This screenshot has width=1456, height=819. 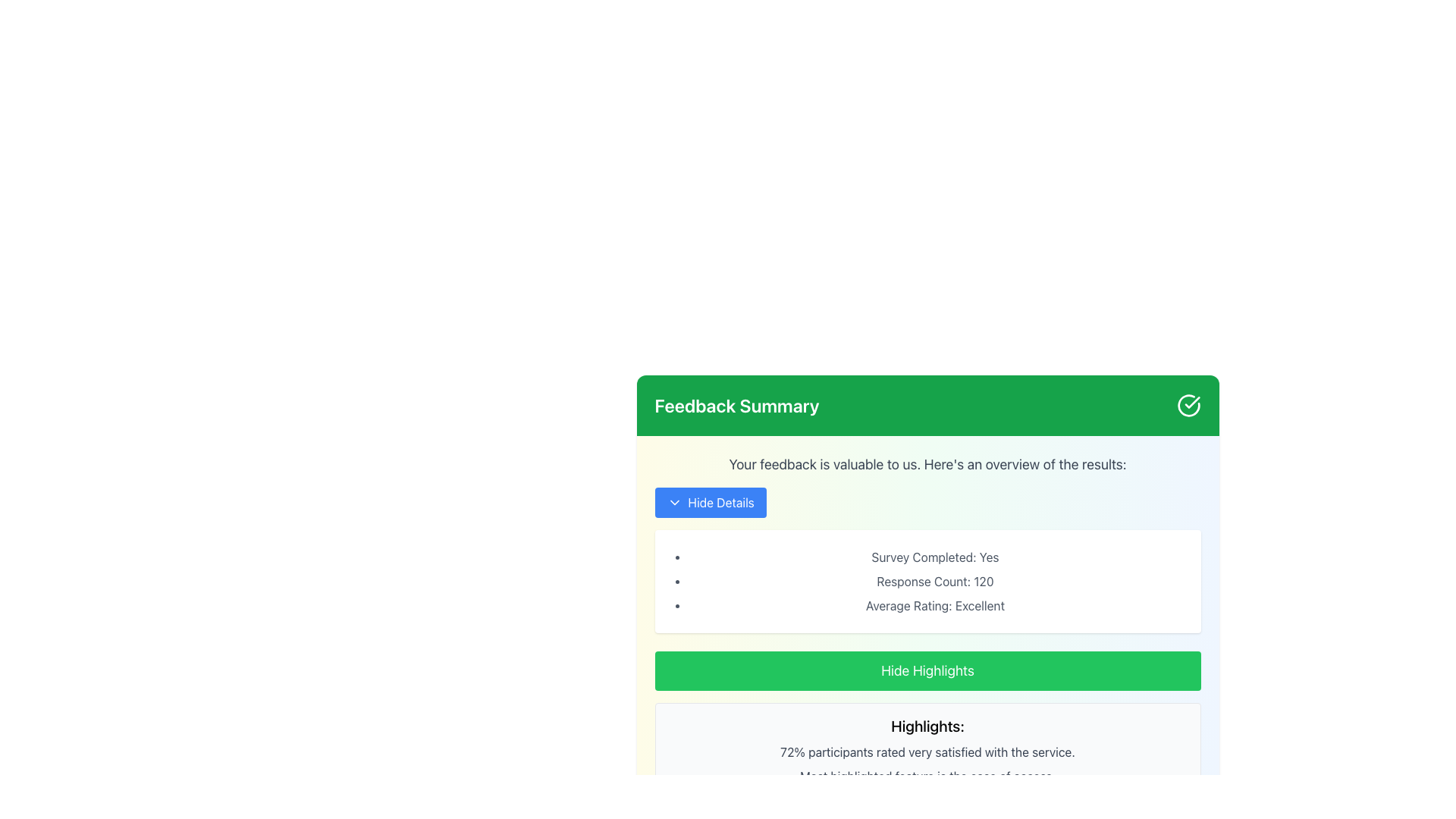 What do you see at coordinates (927, 752) in the screenshot?
I see `the text element that displays user satisfaction statistics, located between 'Highlights:' and 'Most highlighted feature is the ease of access.'` at bounding box center [927, 752].